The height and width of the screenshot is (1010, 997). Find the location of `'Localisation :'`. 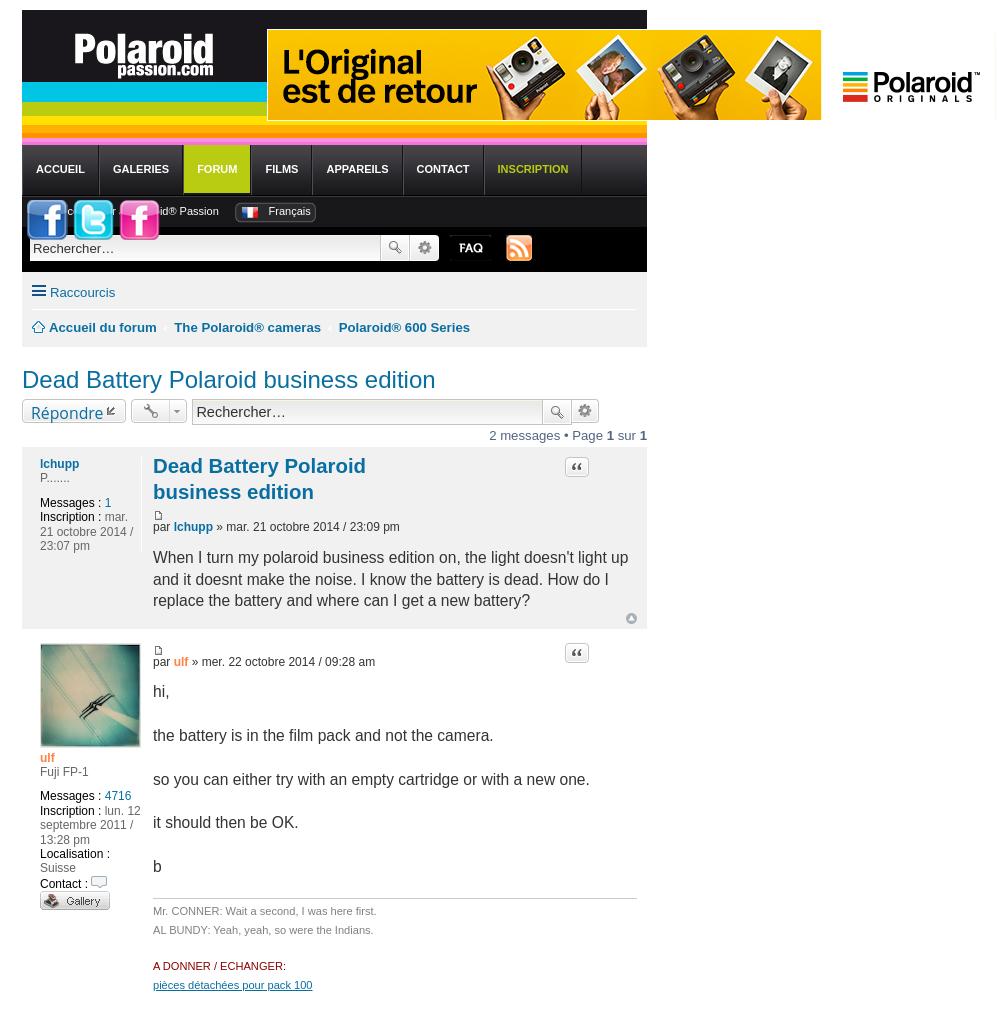

'Localisation :' is located at coordinates (39, 853).